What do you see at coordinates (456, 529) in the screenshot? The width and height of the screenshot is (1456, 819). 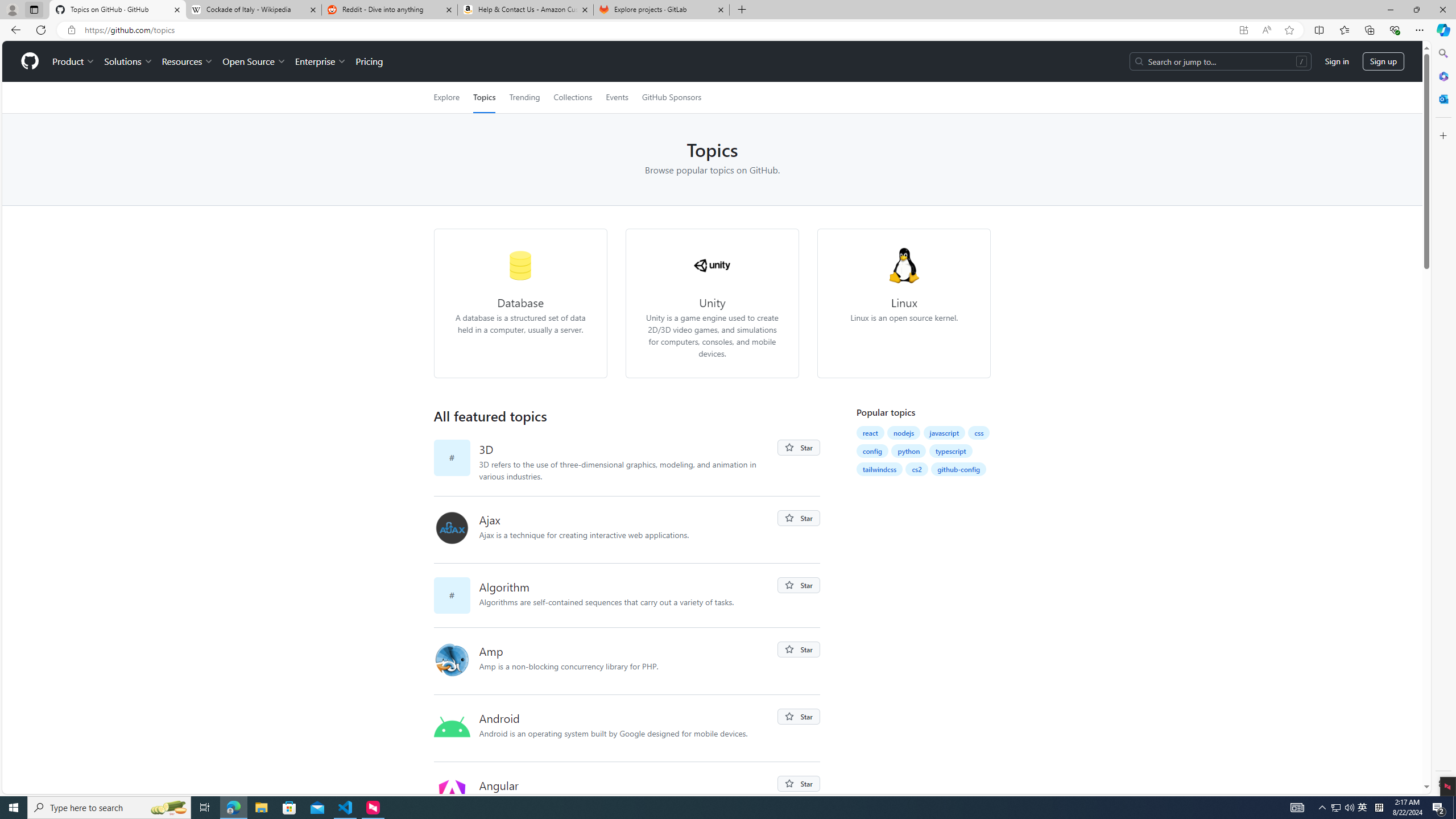 I see `'ajax'` at bounding box center [456, 529].